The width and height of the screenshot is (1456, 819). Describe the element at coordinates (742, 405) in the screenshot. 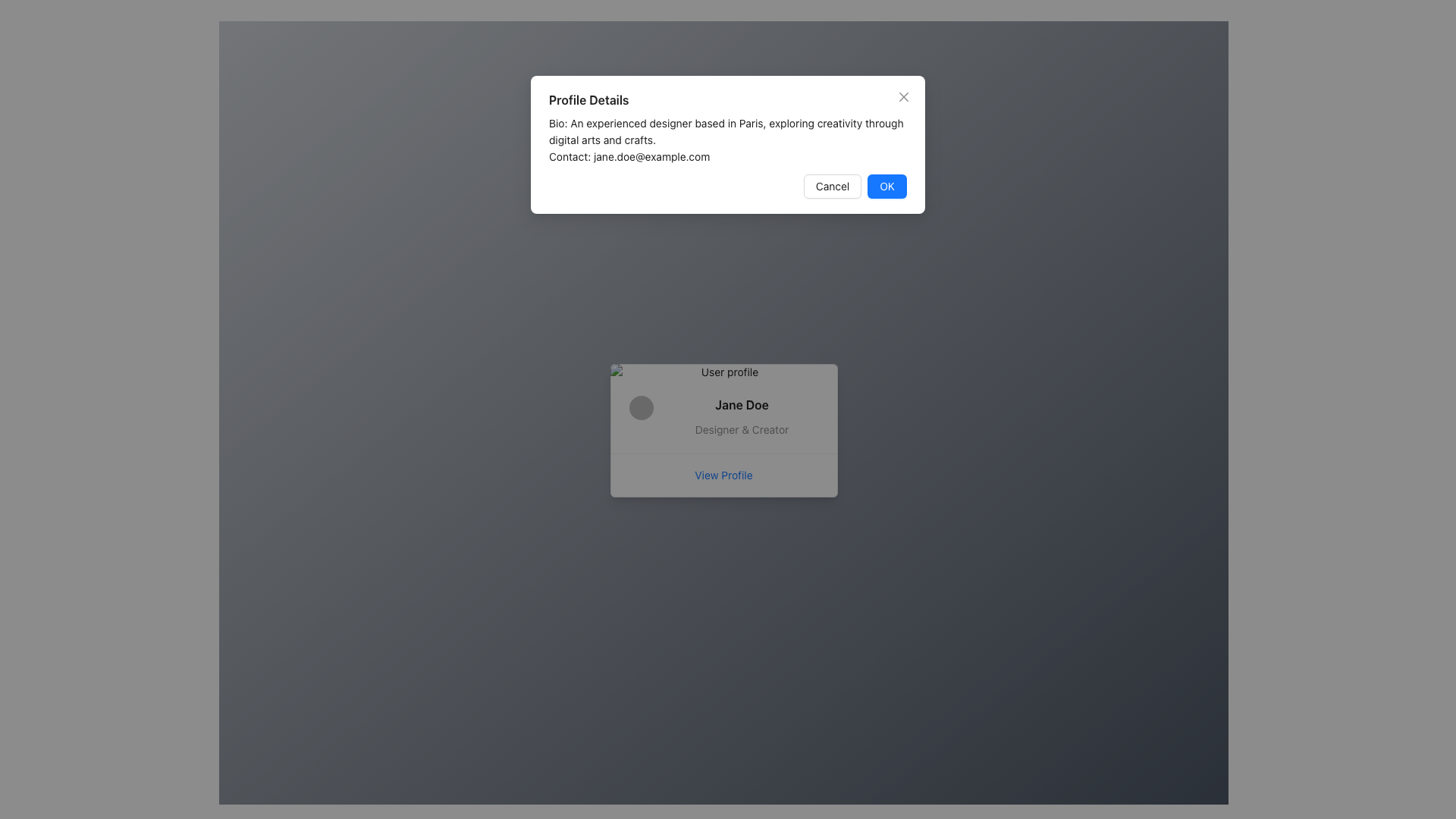

I see `the text label displaying 'Jane Doe'` at that location.